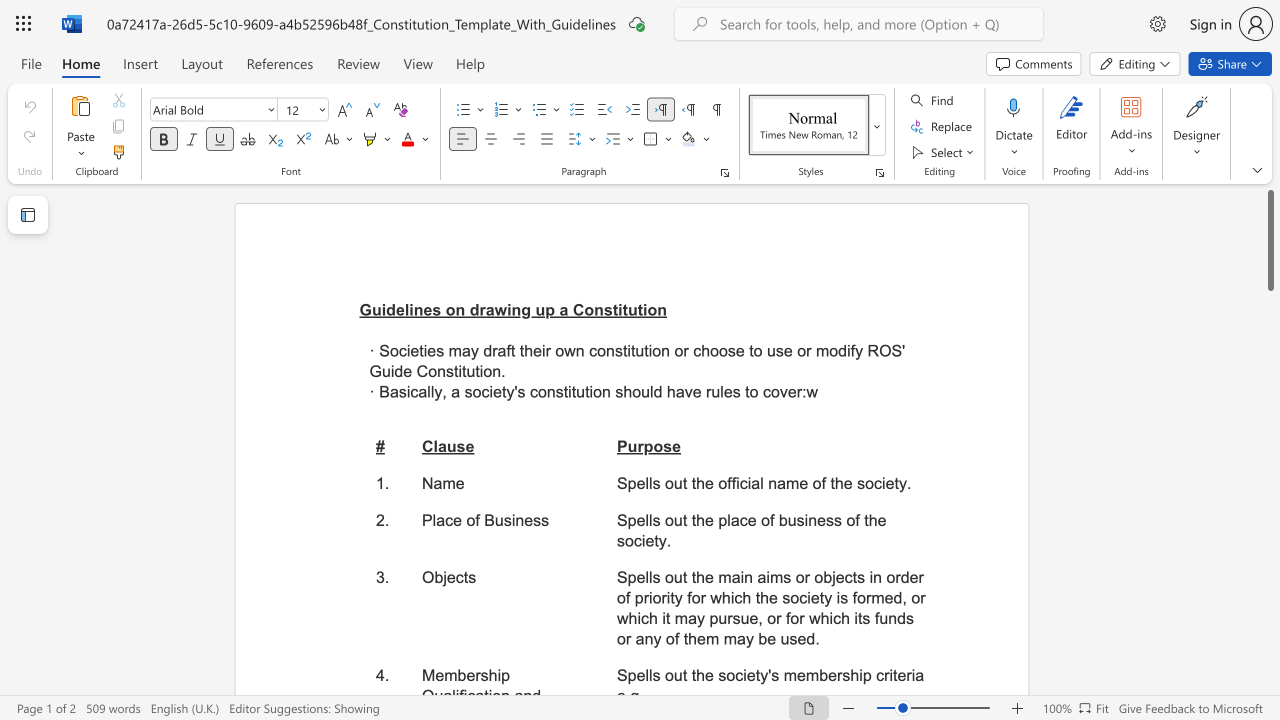  I want to click on the scrollbar on the right, so click(1269, 580).